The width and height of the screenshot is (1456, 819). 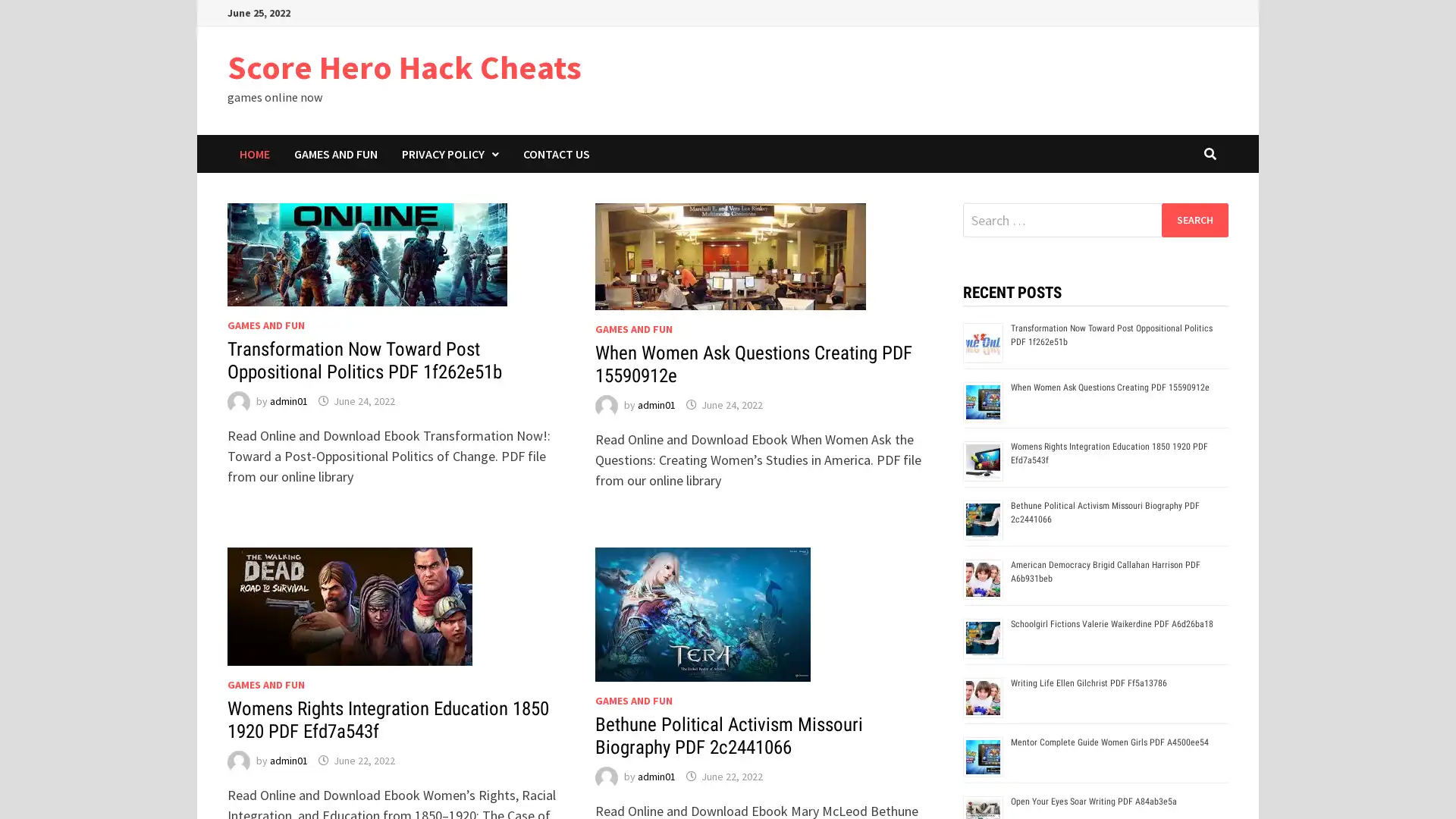 What do you see at coordinates (1194, 219) in the screenshot?
I see `Search` at bounding box center [1194, 219].